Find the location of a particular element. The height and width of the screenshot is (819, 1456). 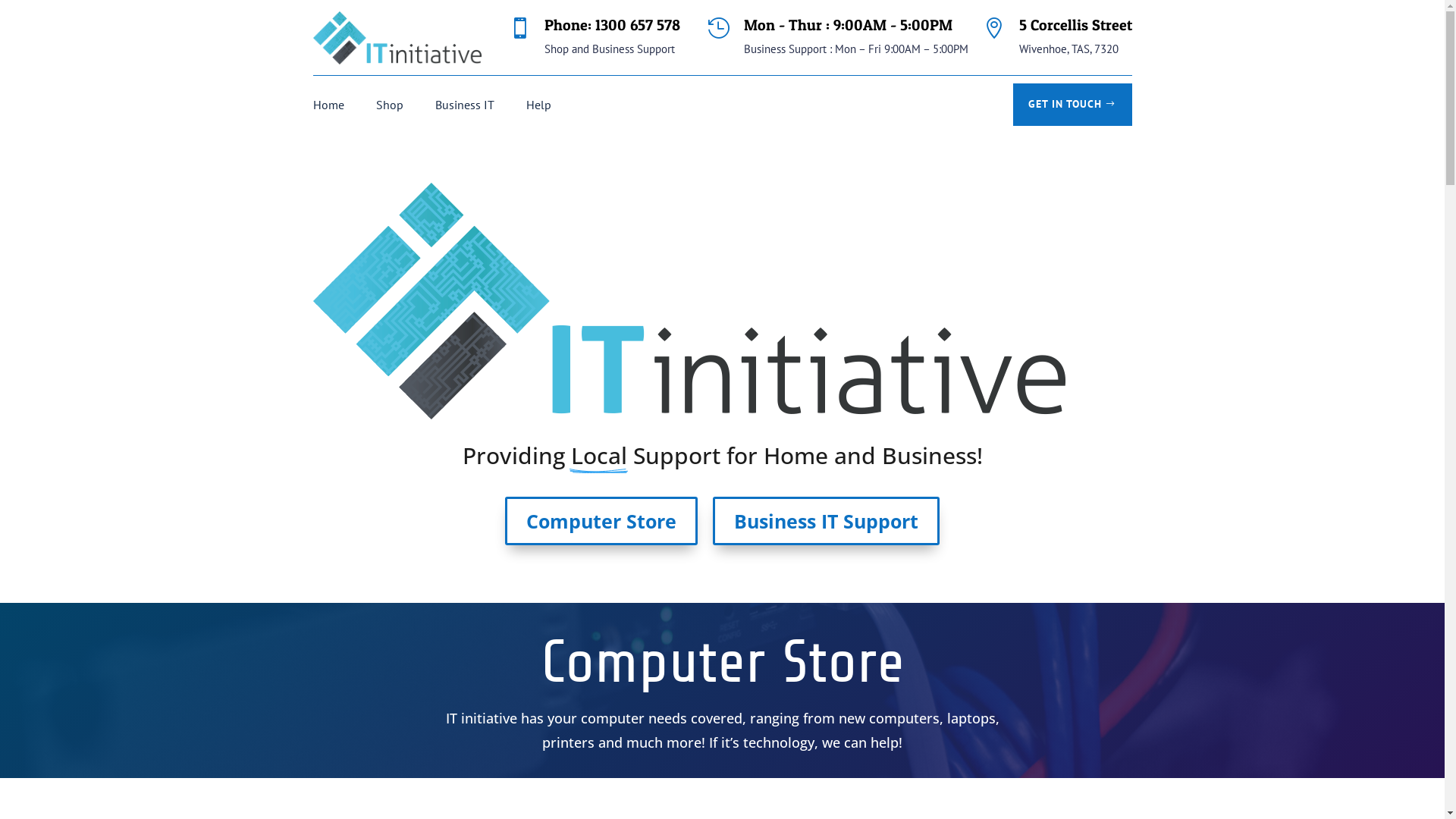

'Shop' is located at coordinates (389, 107).